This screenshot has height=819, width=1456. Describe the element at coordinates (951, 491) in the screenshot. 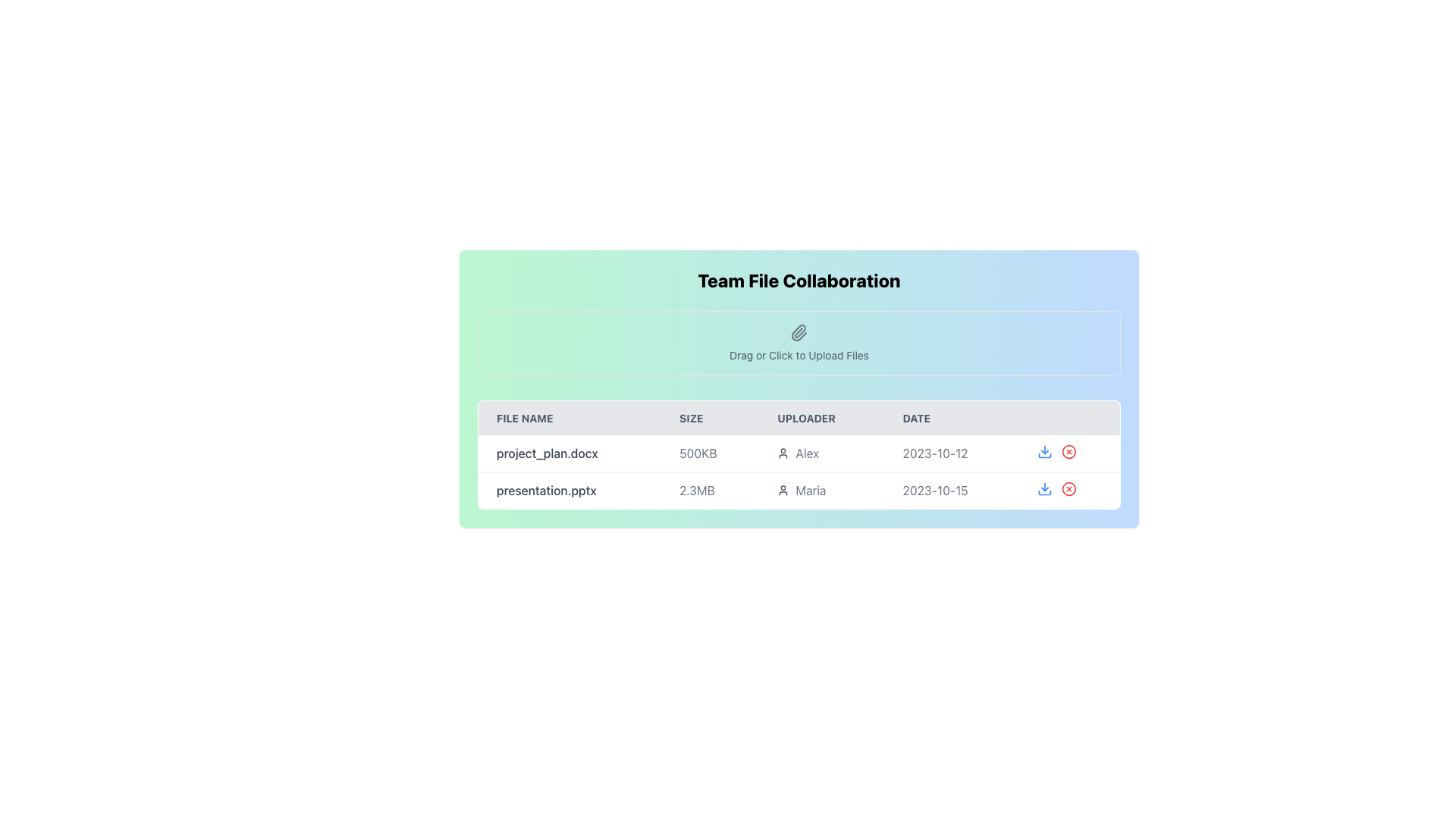

I see `the static text indicating the upload date of the file 'presentation.pptx' located in the 'DATE' column of the second row, positioned between the uploader's name 'Maria' and the download icon` at that location.